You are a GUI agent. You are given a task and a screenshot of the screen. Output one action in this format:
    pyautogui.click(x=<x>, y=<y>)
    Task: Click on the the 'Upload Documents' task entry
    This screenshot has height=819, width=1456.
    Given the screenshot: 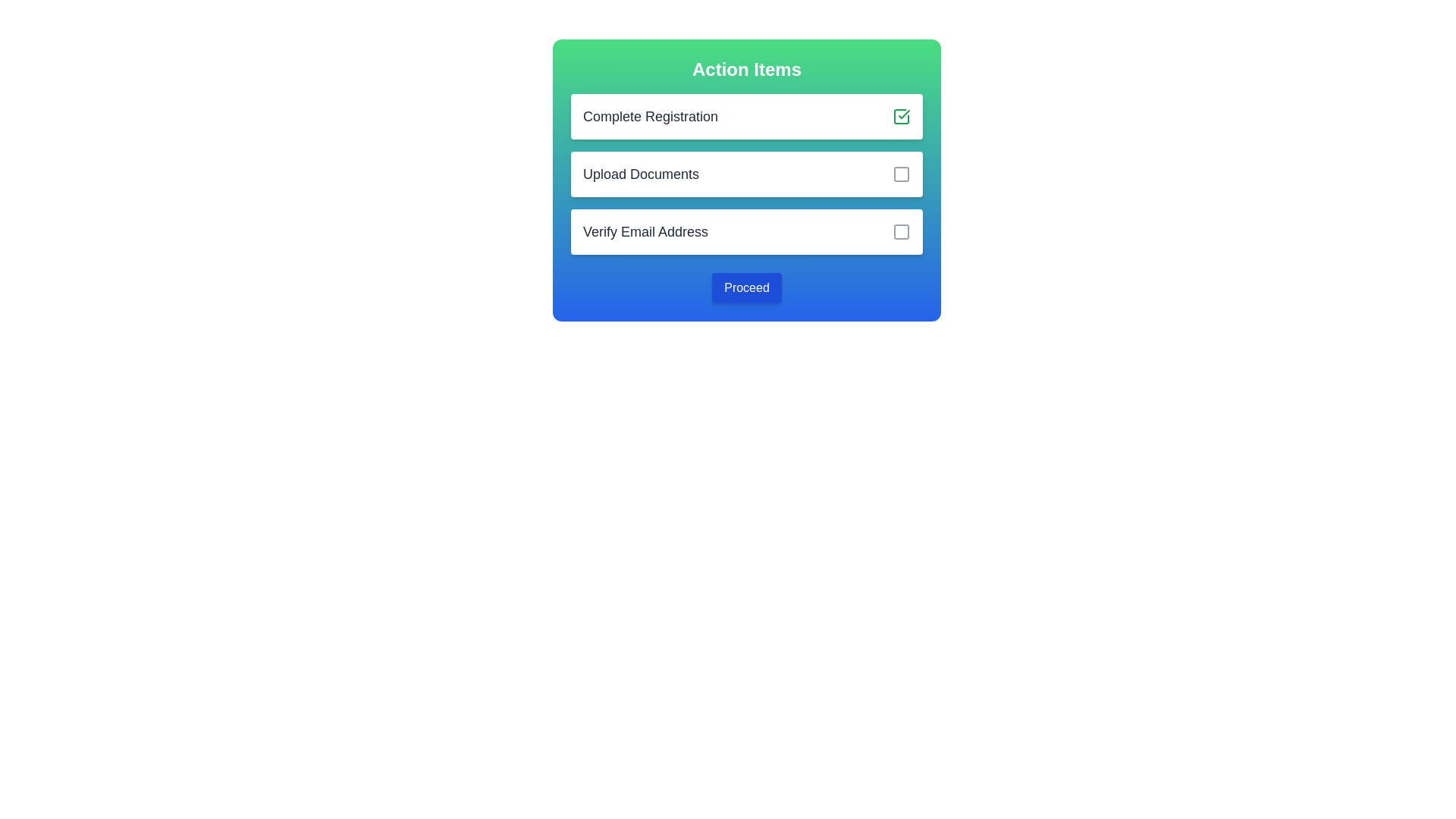 What is the action you would take?
    pyautogui.click(x=746, y=180)
    